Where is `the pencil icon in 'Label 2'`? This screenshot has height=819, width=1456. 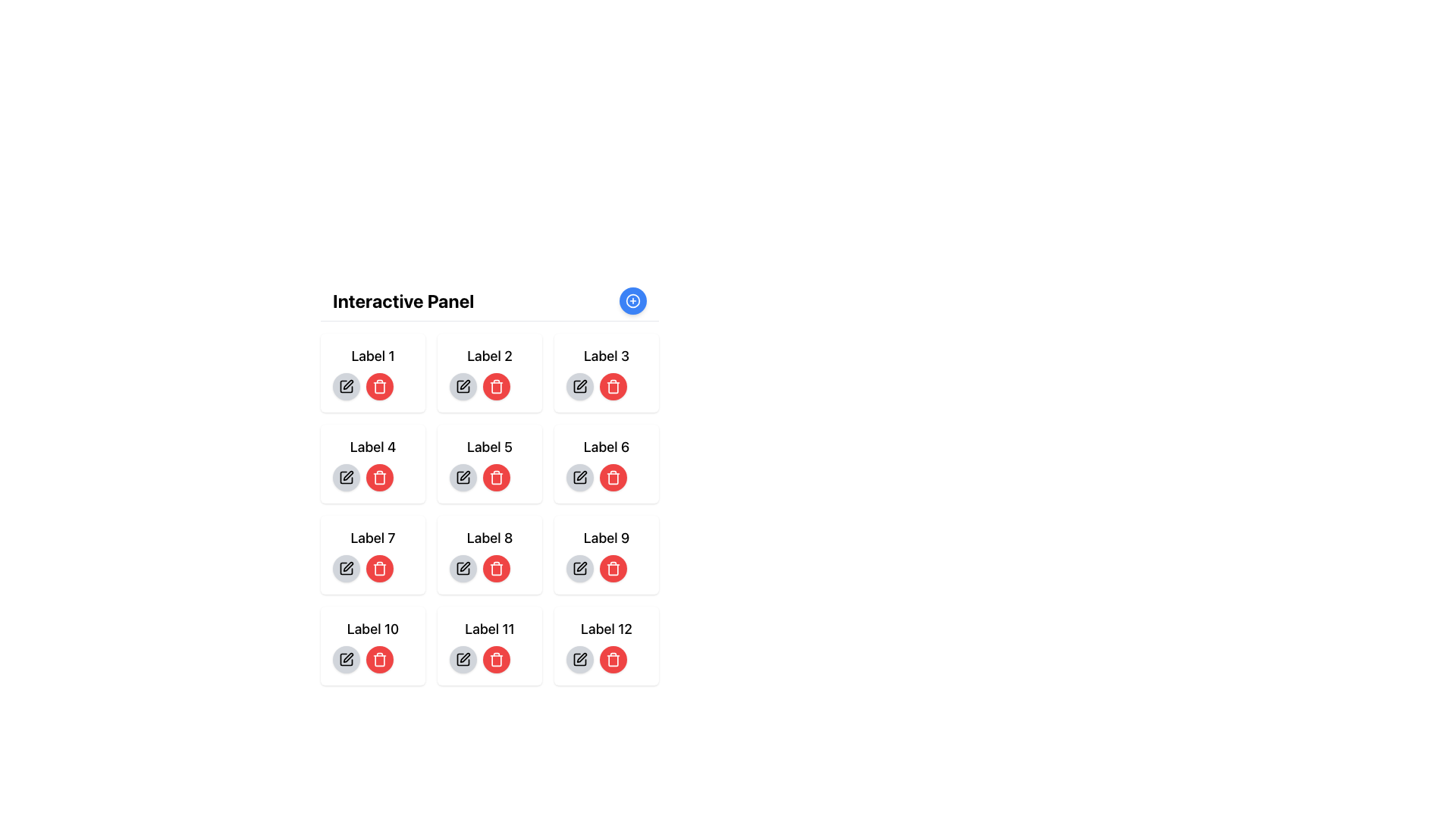
the pencil icon in 'Label 2' is located at coordinates (462, 385).